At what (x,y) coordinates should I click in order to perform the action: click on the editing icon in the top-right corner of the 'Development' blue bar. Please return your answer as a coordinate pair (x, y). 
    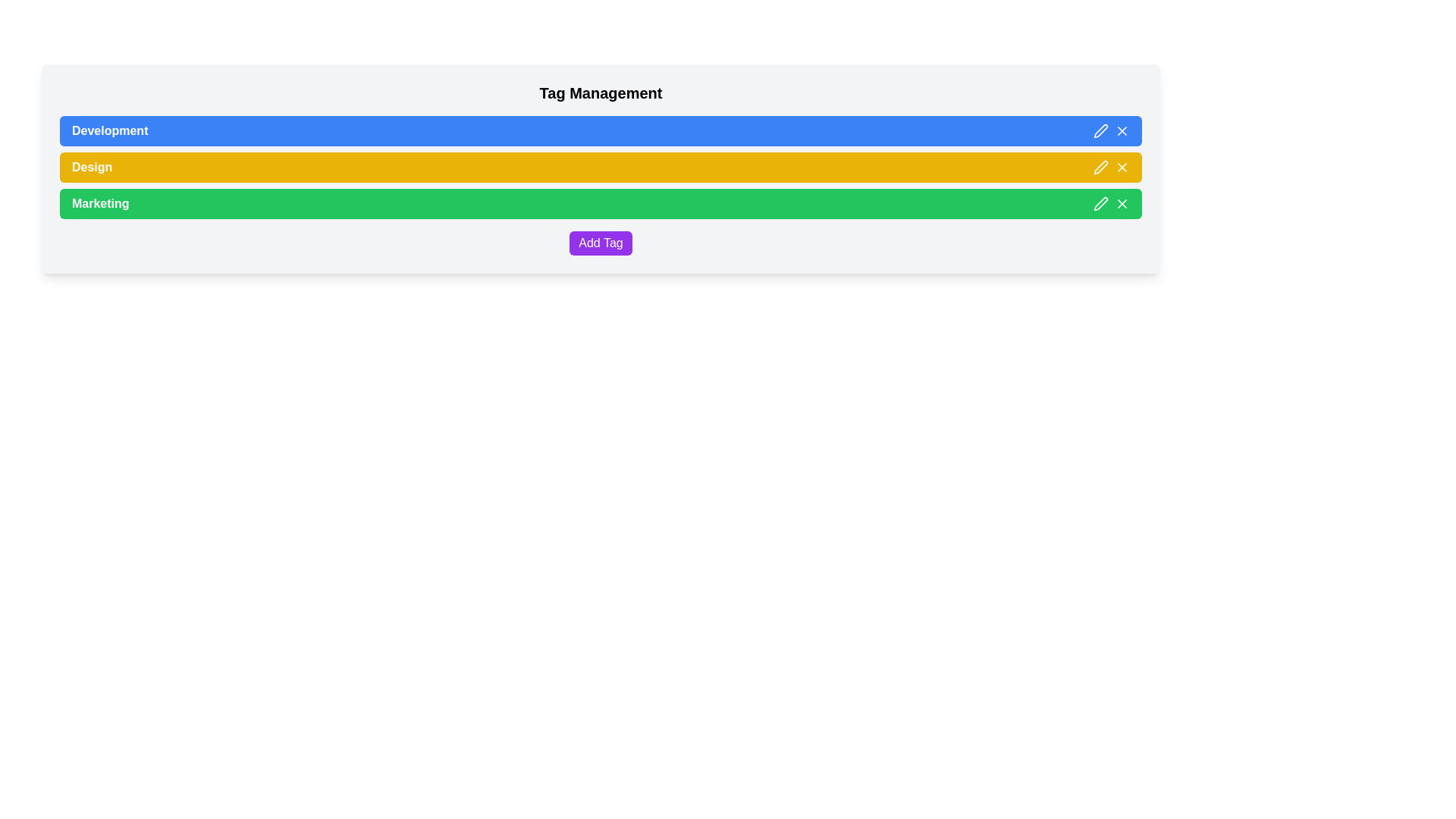
    Looking at the image, I should click on (1100, 130).